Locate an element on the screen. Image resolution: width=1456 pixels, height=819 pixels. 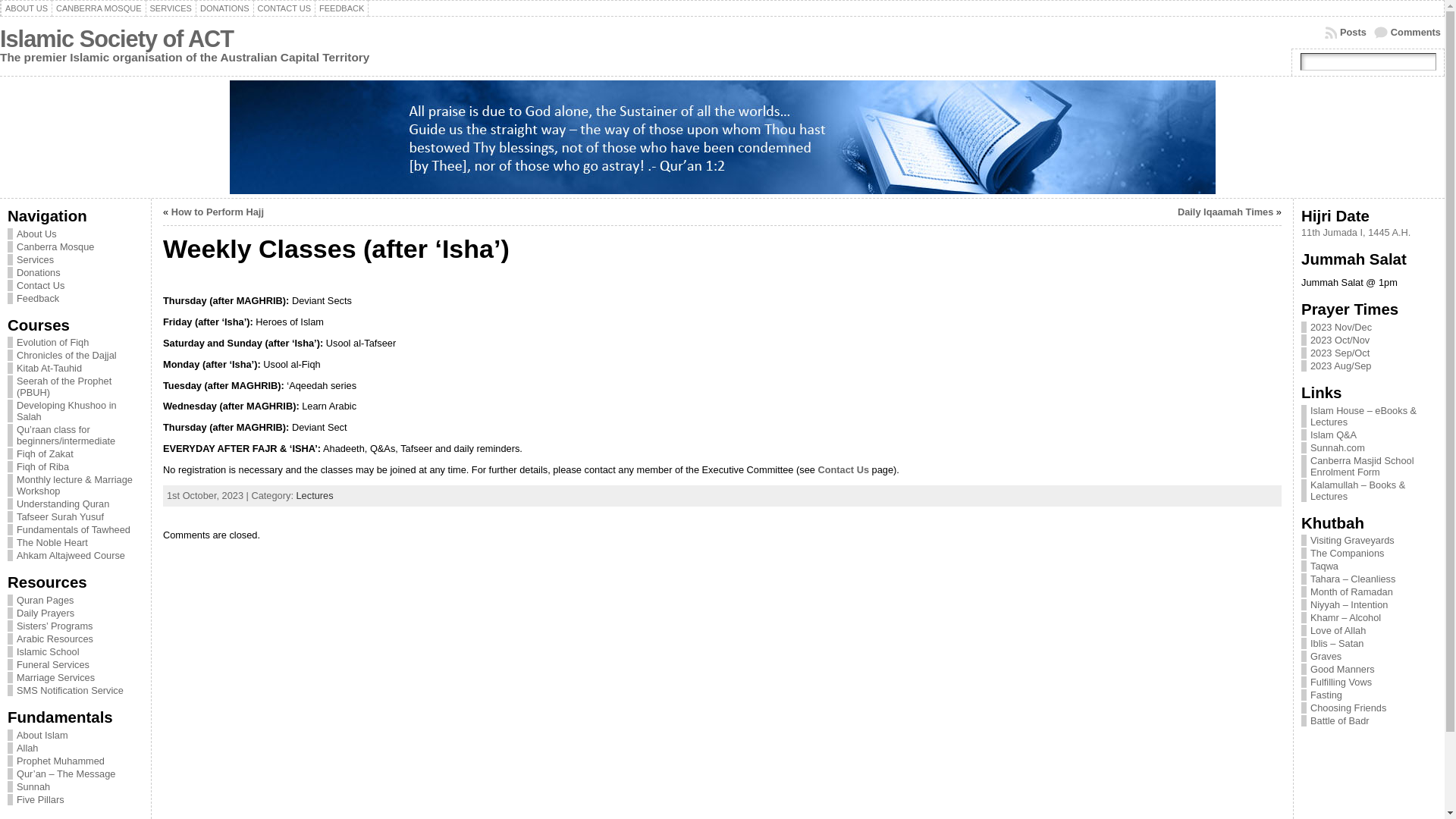
'Battle of Badr' is located at coordinates (1339, 720).